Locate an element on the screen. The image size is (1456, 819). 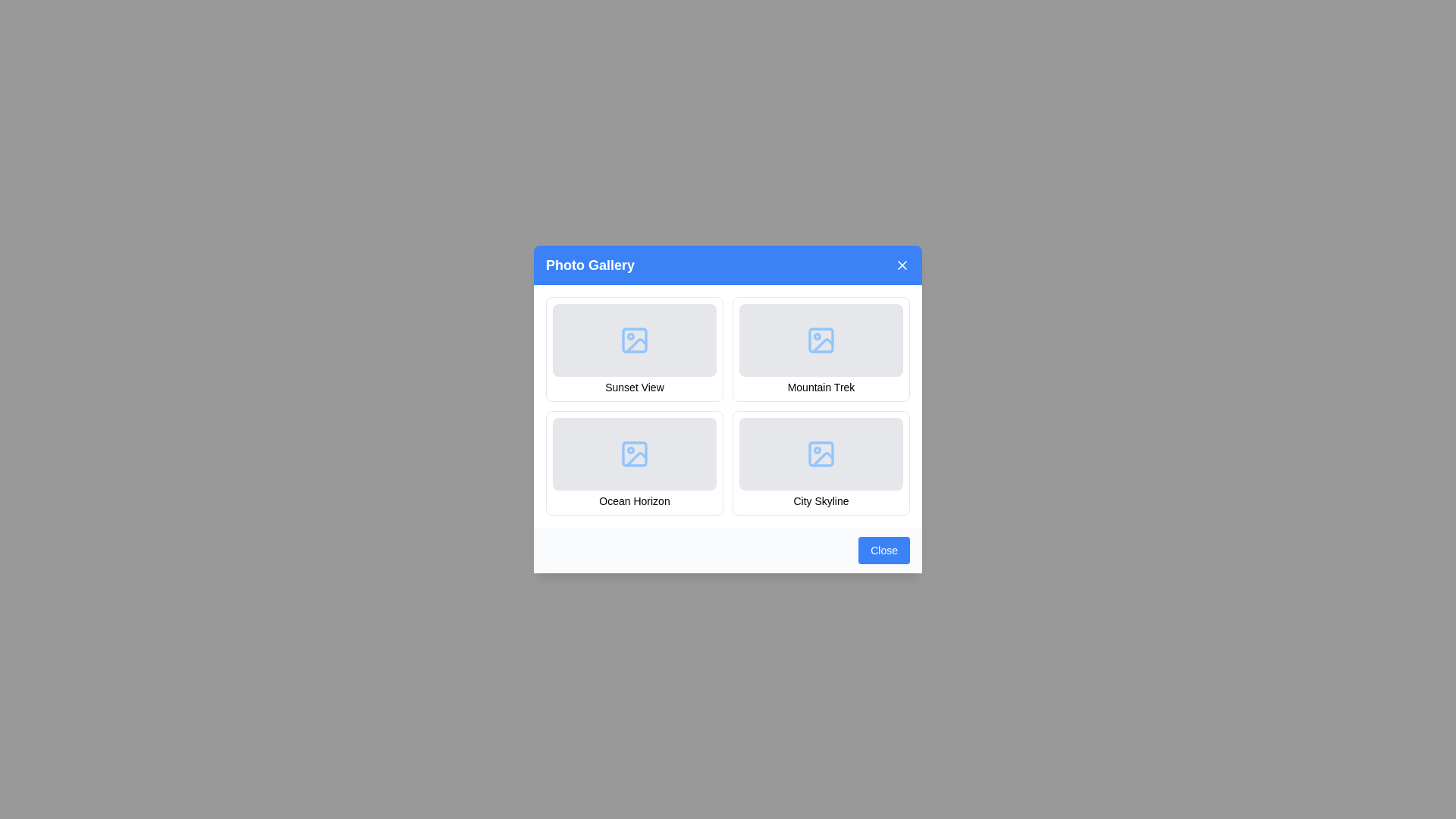
the static text label displaying 'Ocean Horizon', which is located in the bottom-left of a grid layout of photo previews is located at coordinates (634, 500).